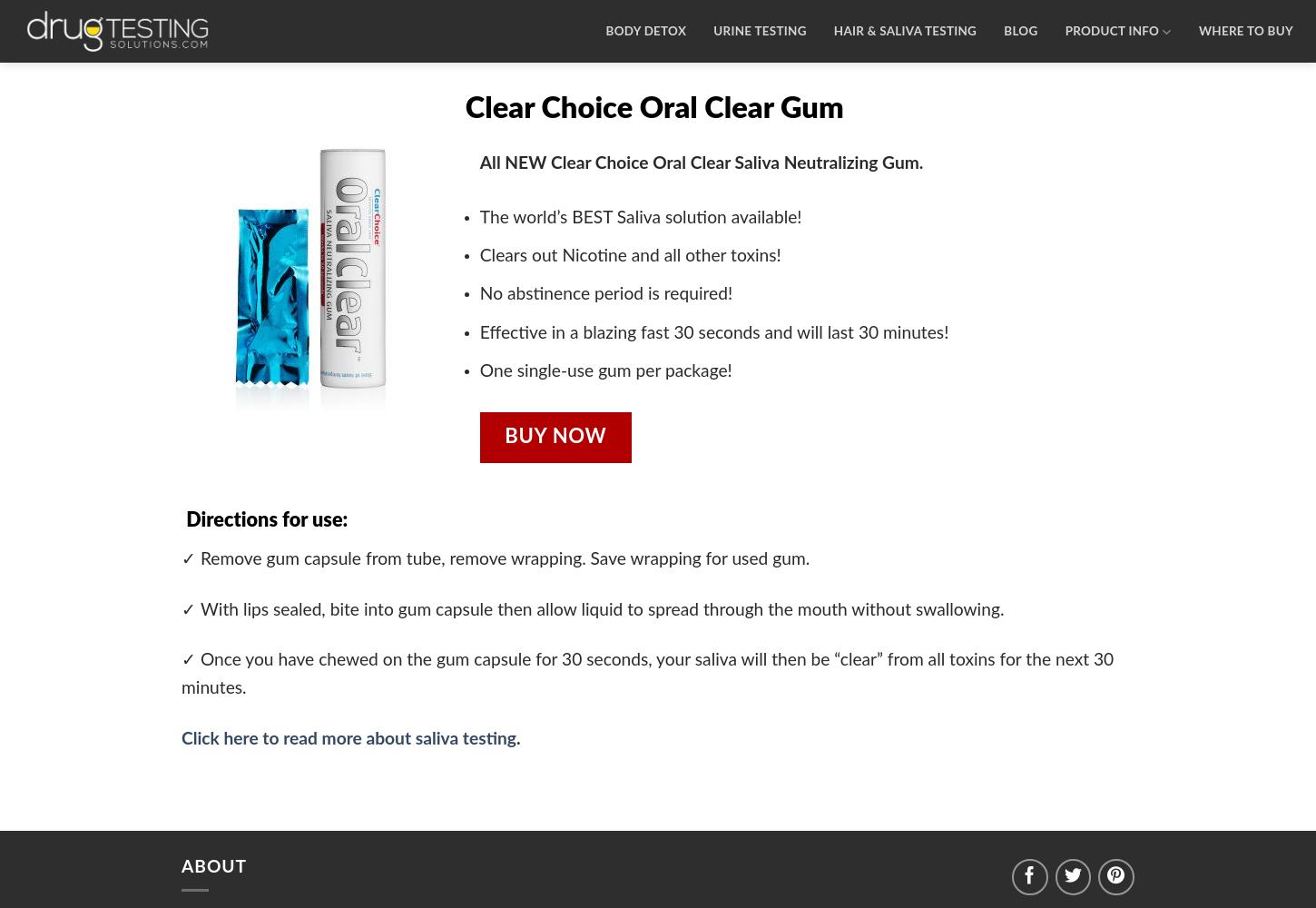  Describe the element at coordinates (1243, 32) in the screenshot. I see `'WHERE TO BUY'` at that location.